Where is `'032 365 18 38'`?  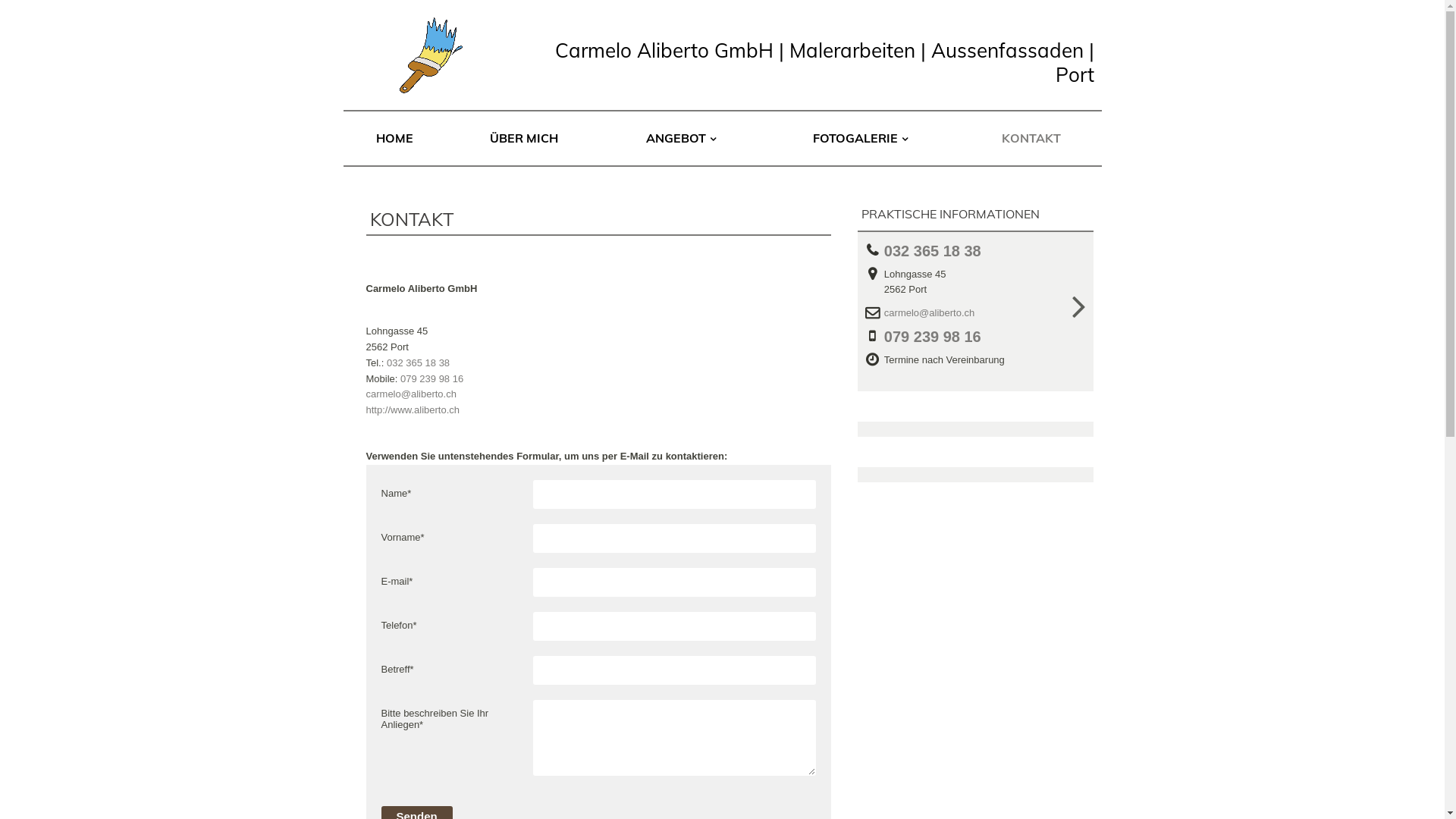 '032 365 18 38' is located at coordinates (937, 250).